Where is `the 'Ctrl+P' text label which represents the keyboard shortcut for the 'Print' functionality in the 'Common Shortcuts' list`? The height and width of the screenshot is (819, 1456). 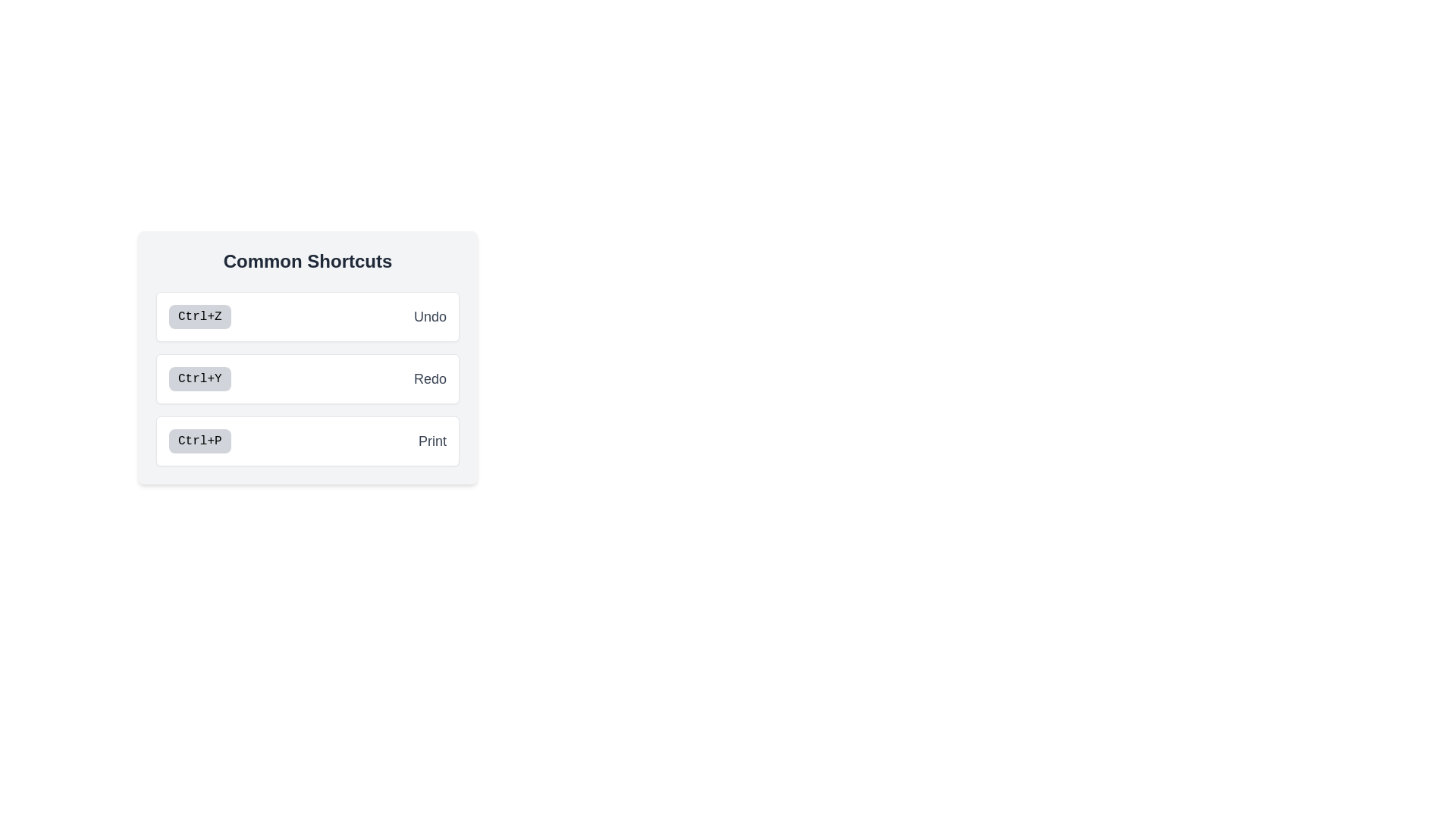
the 'Ctrl+P' text label which represents the keyboard shortcut for the 'Print' functionality in the 'Common Shortcuts' list is located at coordinates (199, 441).